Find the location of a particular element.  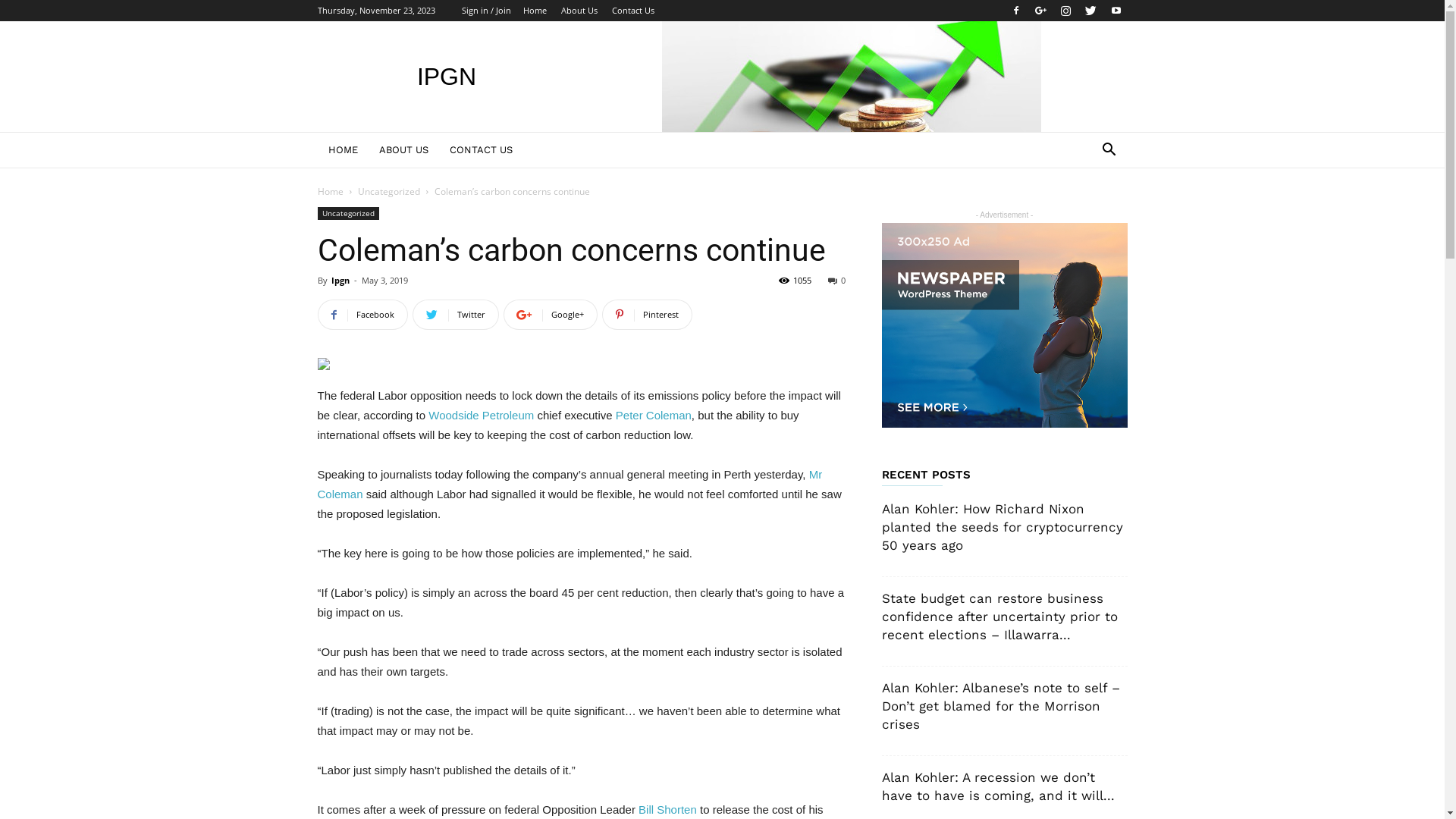

'About Us' is located at coordinates (578, 10).